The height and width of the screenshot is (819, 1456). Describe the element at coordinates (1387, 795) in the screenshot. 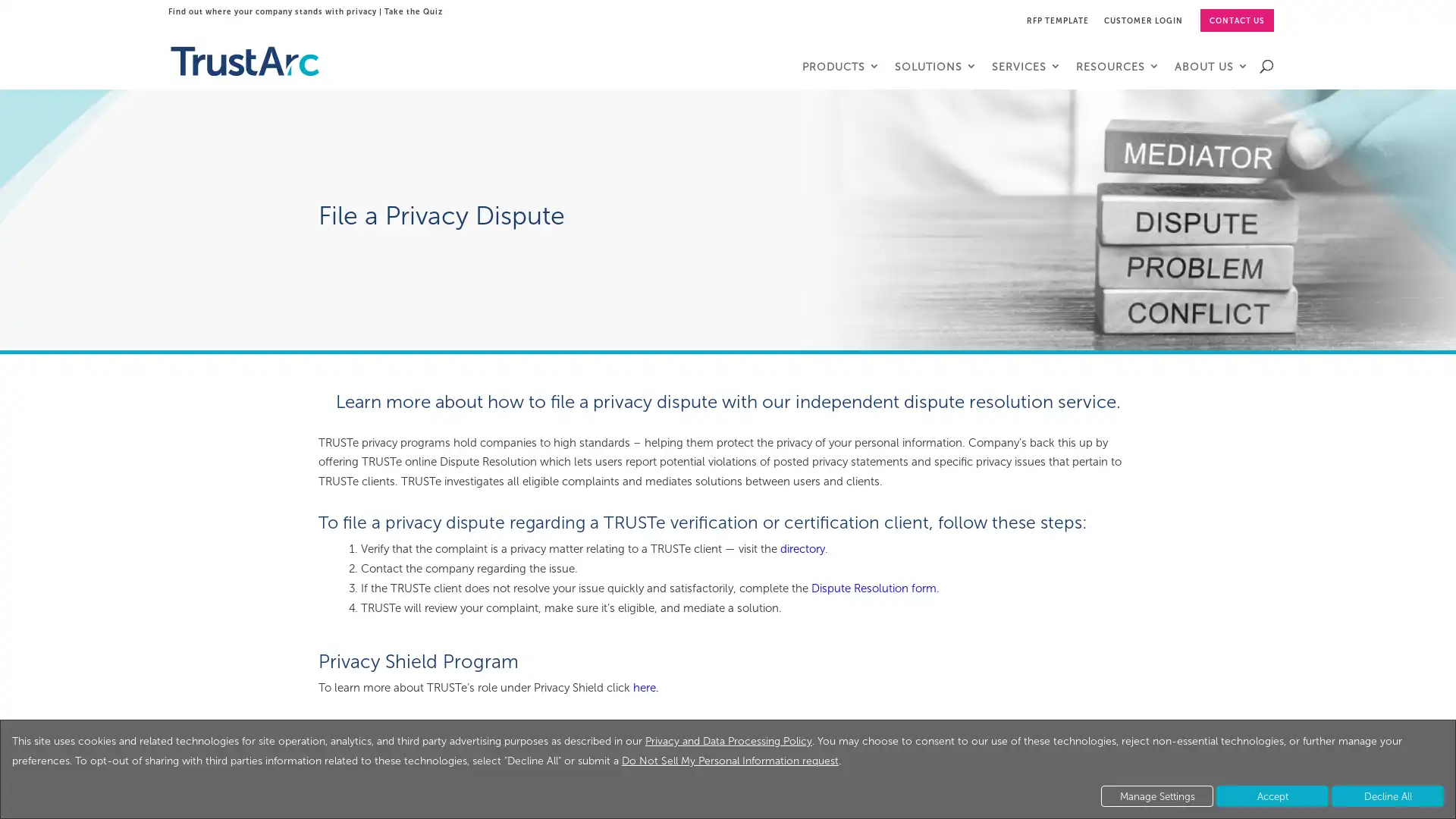

I see `Decline All` at that location.